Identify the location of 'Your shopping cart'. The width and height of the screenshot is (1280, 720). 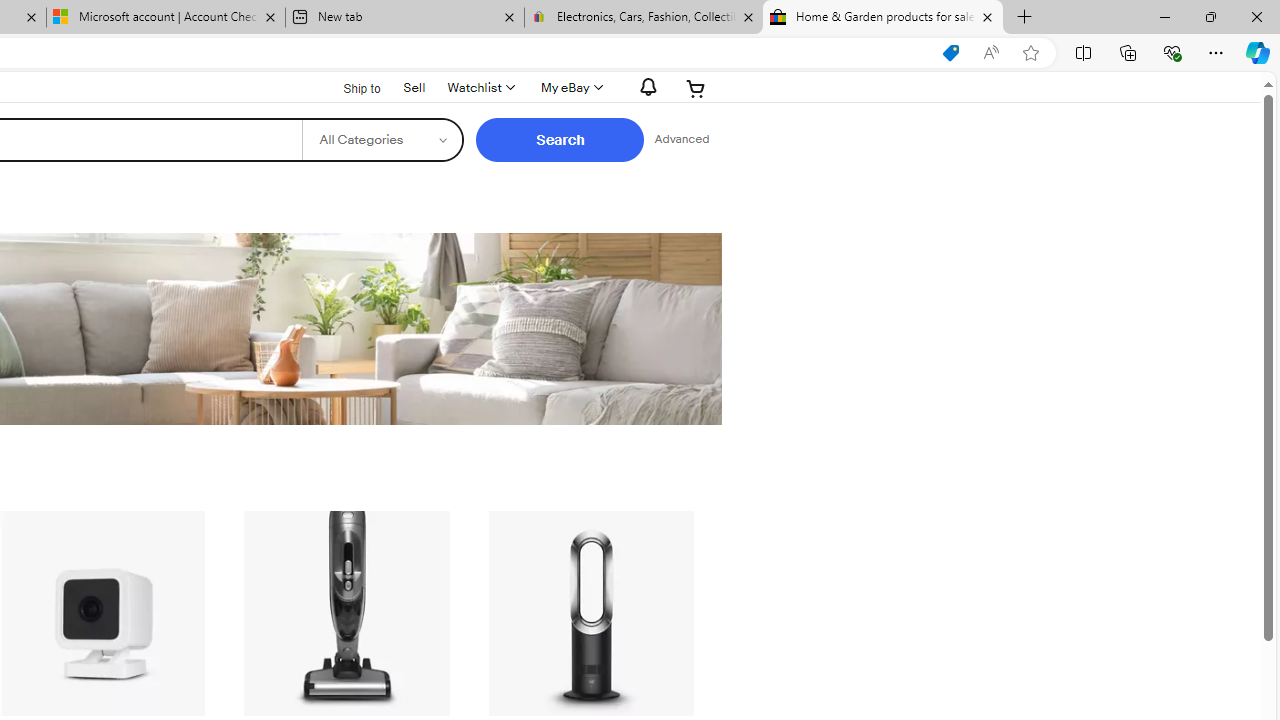
(696, 87).